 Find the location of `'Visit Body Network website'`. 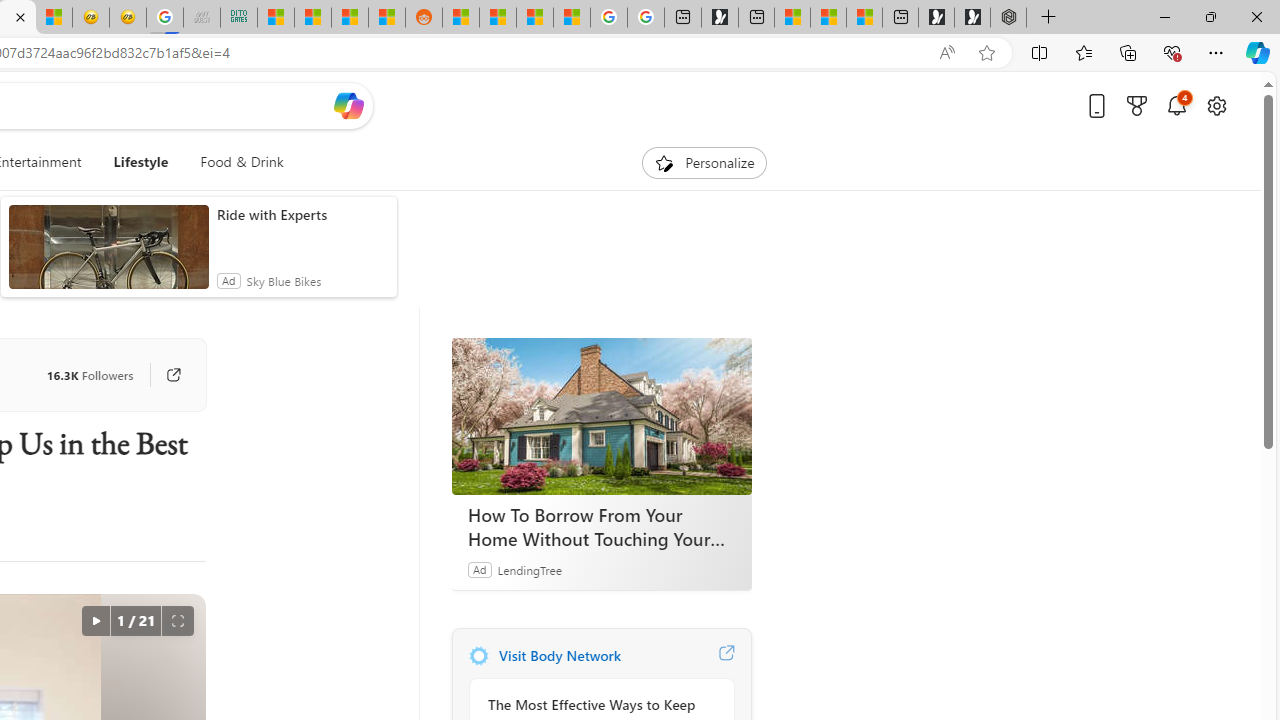

'Visit Body Network website' is located at coordinates (725, 655).